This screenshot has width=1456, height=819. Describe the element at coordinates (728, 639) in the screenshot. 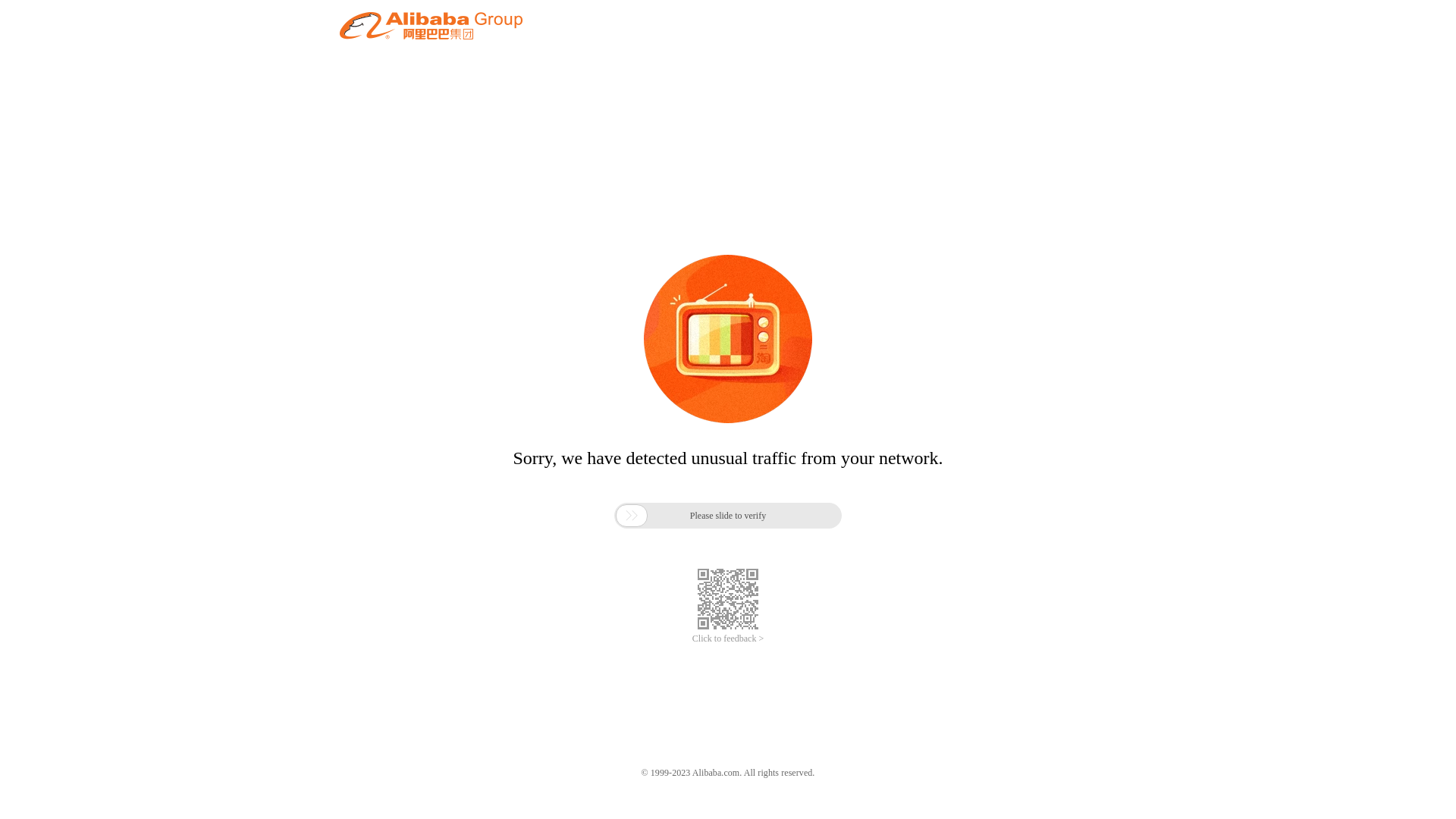

I see `'Click to feedback >'` at that location.